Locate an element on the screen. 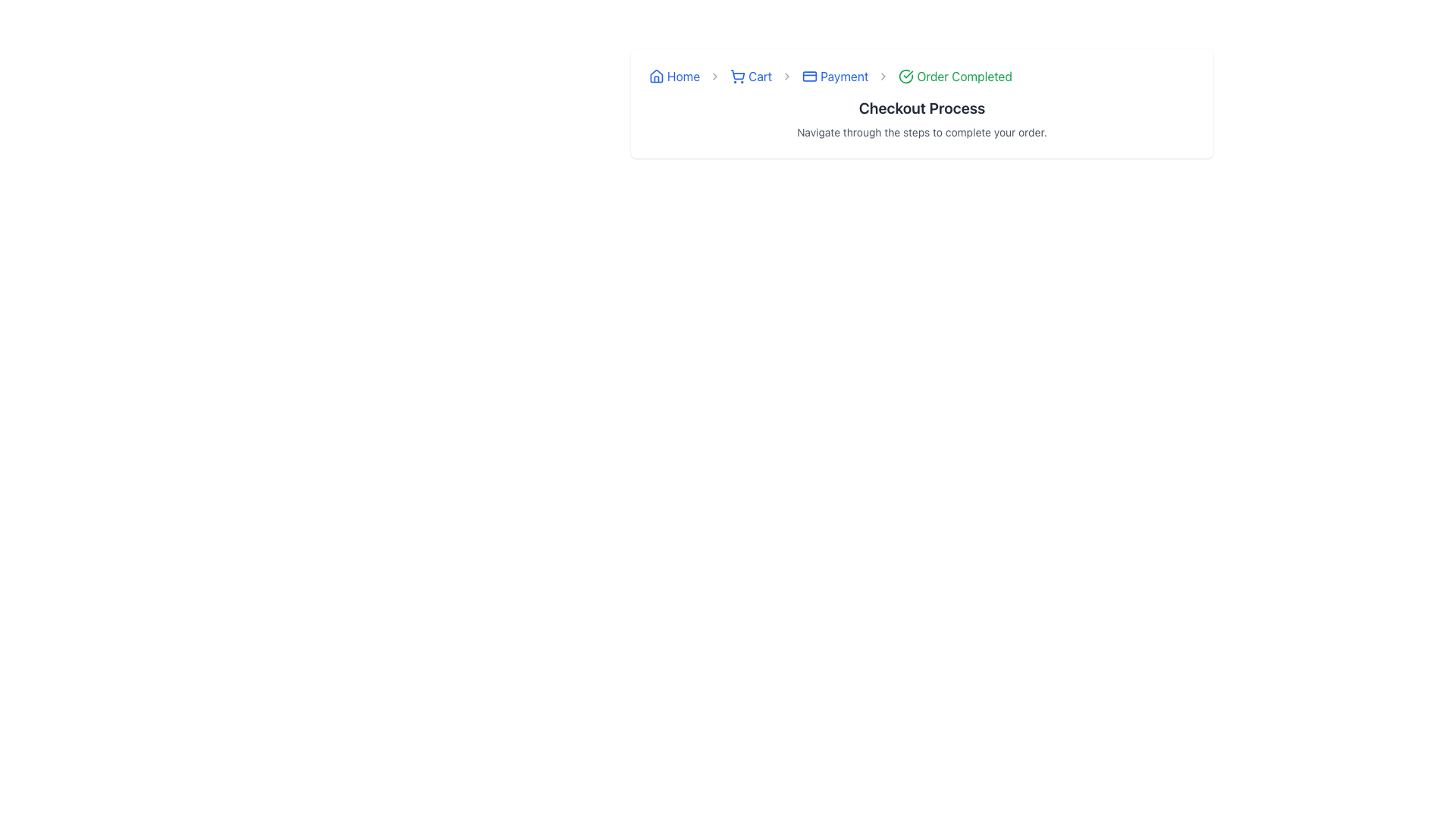  text of the completion indicator, which is the fourth item in the navigation sequence located near the top-right of the interface is located at coordinates (955, 76).